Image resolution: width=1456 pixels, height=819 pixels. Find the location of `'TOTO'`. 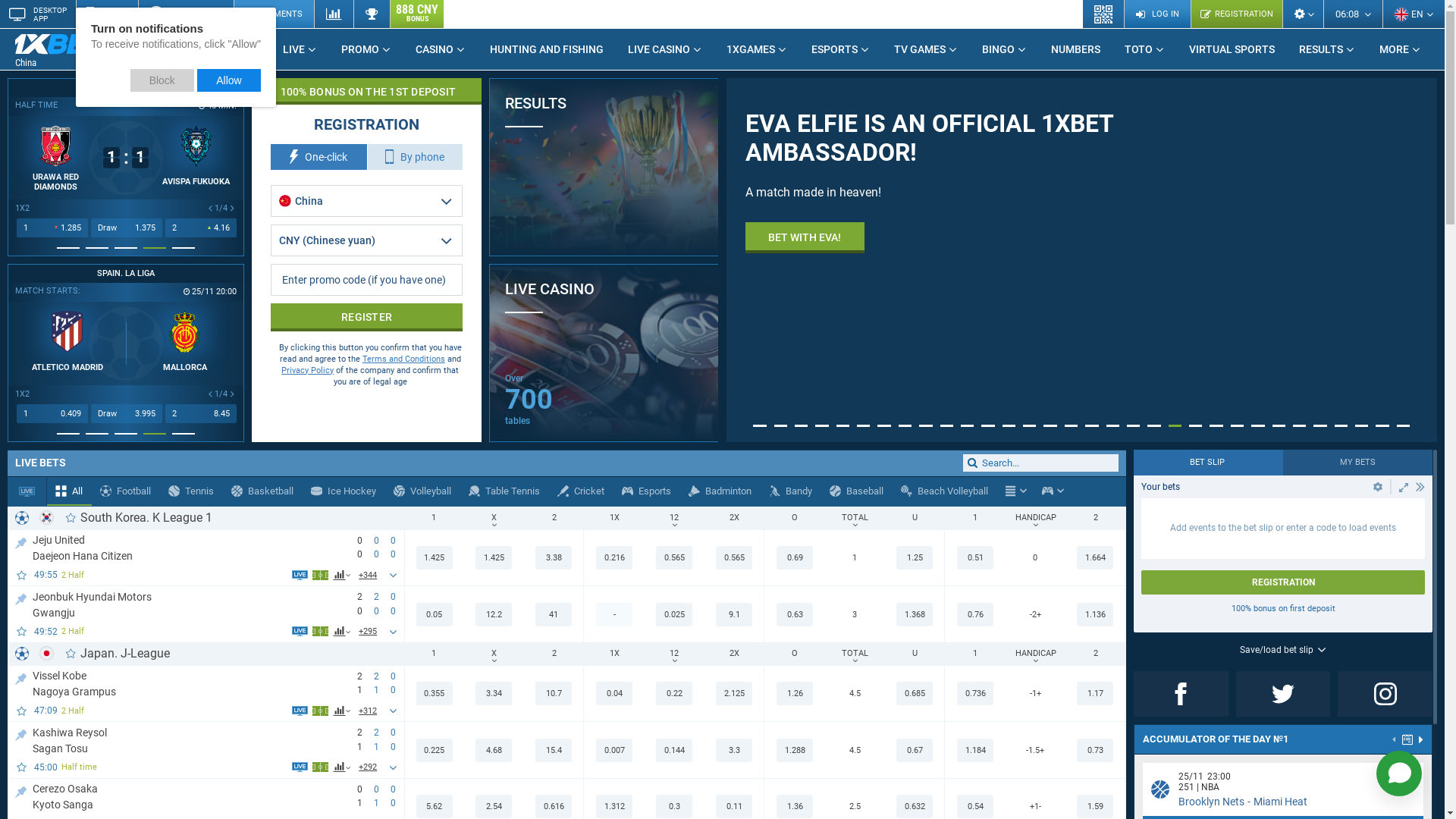

'TOTO' is located at coordinates (1144, 49).